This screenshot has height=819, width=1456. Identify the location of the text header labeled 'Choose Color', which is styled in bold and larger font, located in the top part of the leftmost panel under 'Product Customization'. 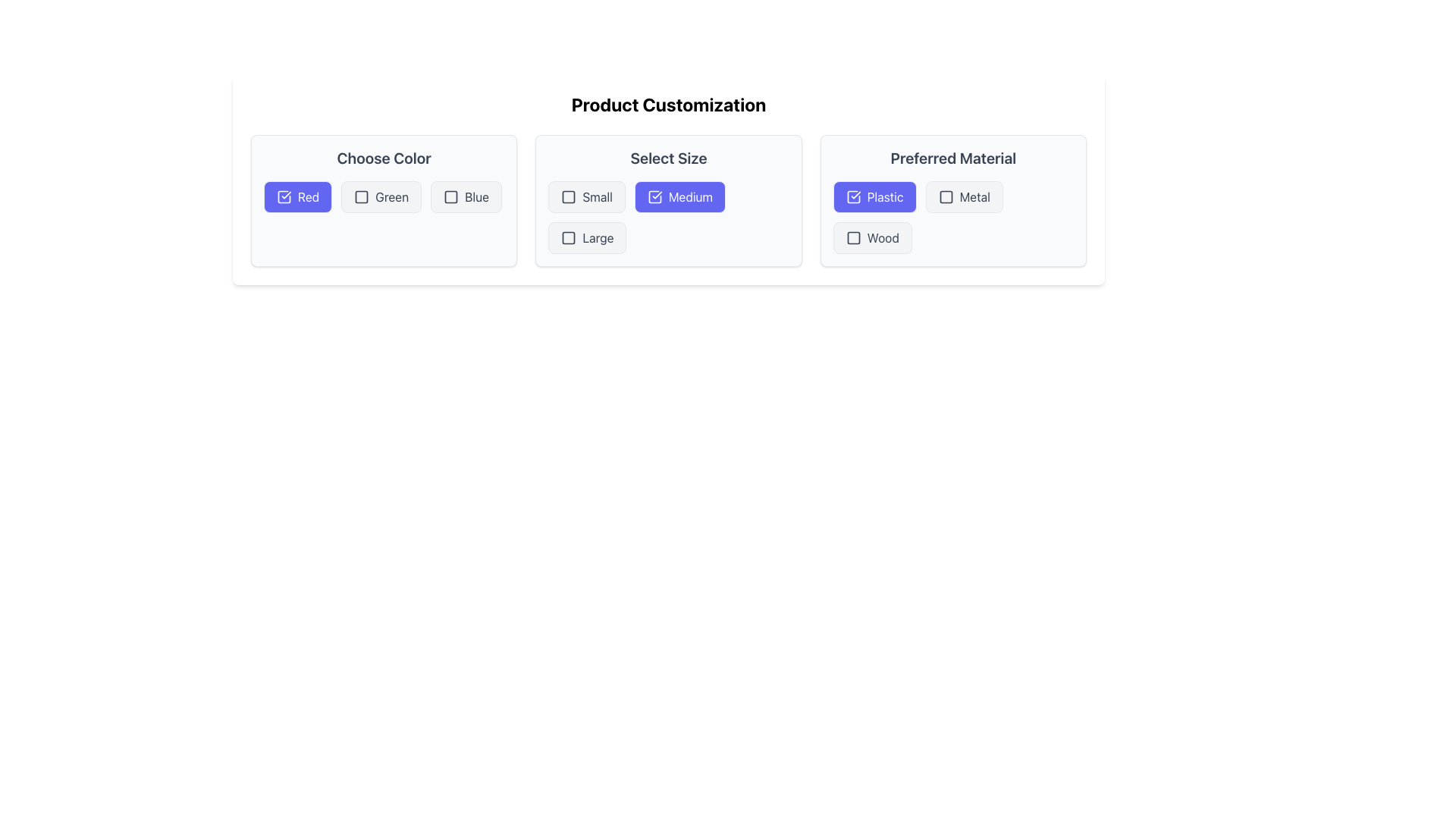
(384, 158).